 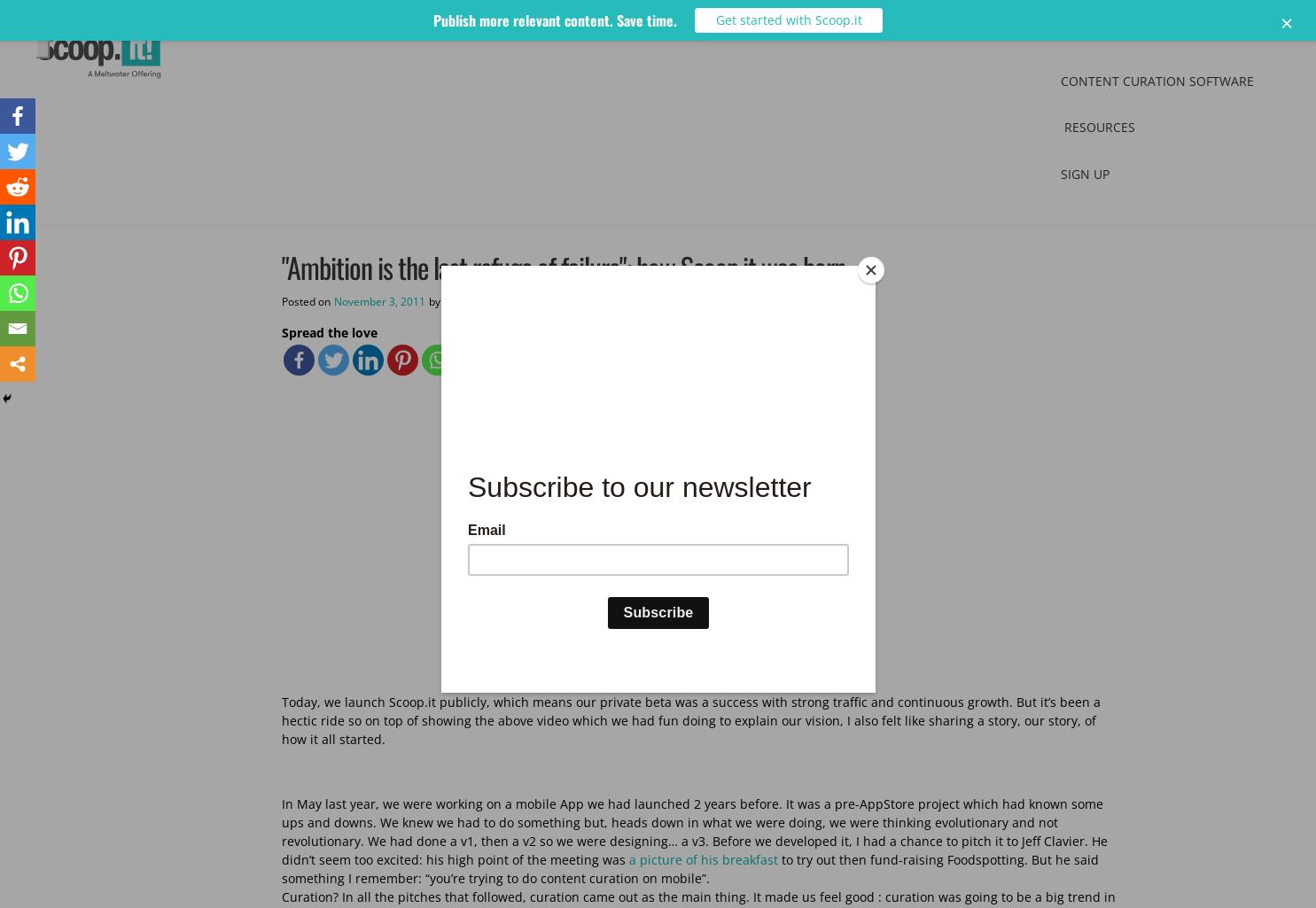 What do you see at coordinates (488, 299) in the screenshot?
I see `'Guillaume Decugis'` at bounding box center [488, 299].